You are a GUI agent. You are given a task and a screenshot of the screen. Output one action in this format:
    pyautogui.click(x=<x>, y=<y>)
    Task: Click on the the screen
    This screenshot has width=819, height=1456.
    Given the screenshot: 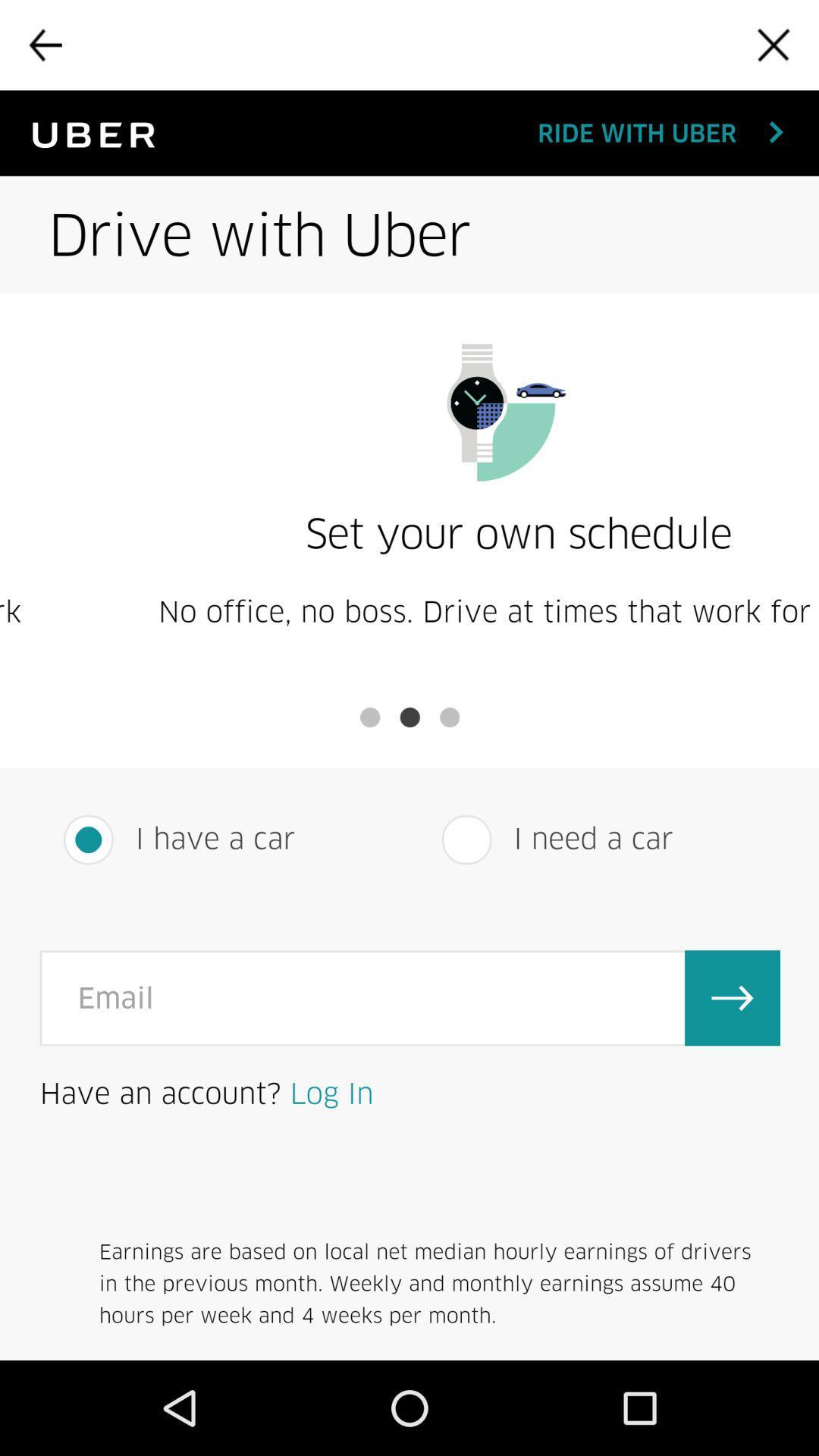 What is the action you would take?
    pyautogui.click(x=773, y=45)
    